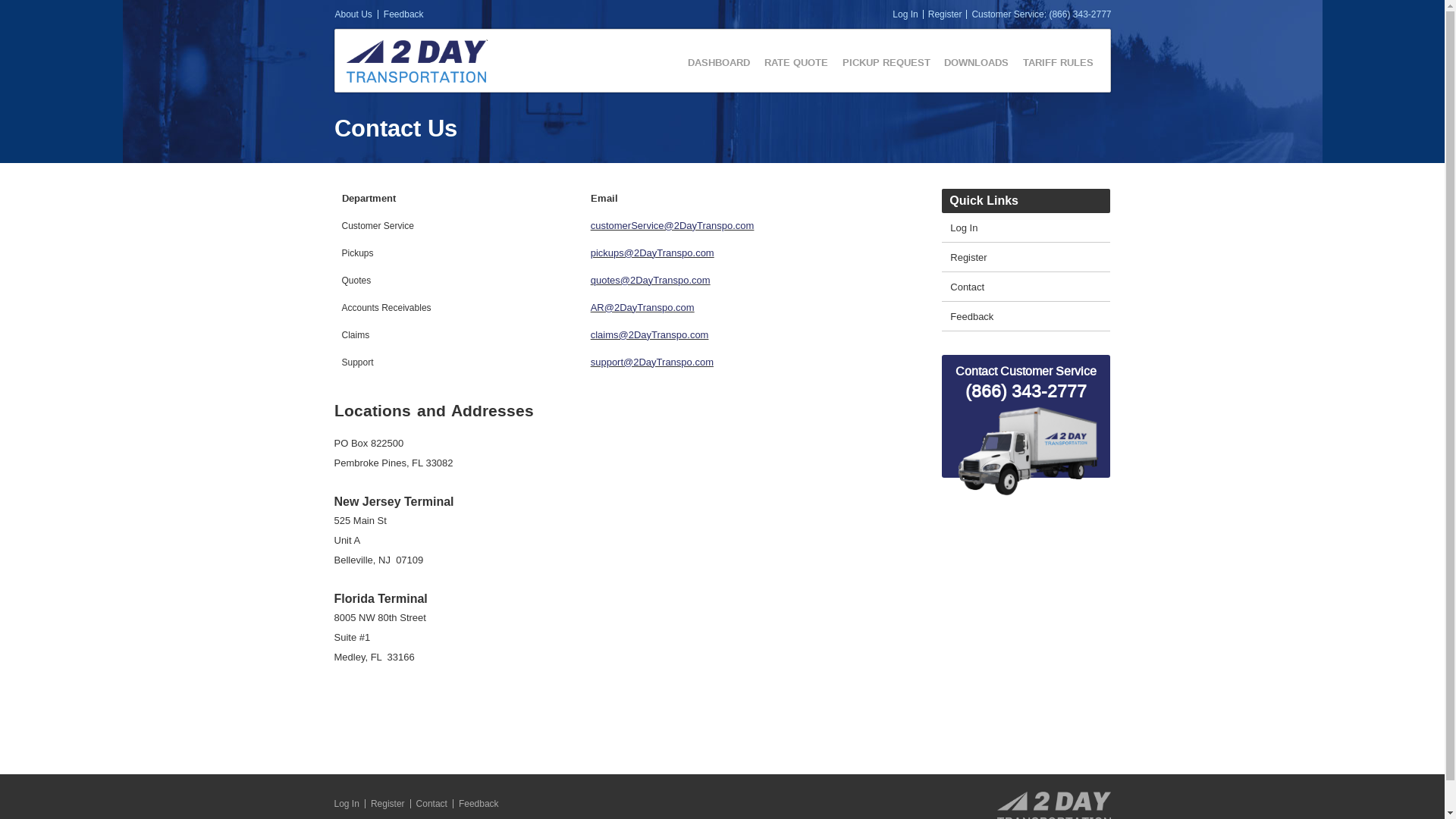 This screenshot has height=819, width=1456. Describe the element at coordinates (1051, 61) in the screenshot. I see `'TARIFF RULES'` at that location.